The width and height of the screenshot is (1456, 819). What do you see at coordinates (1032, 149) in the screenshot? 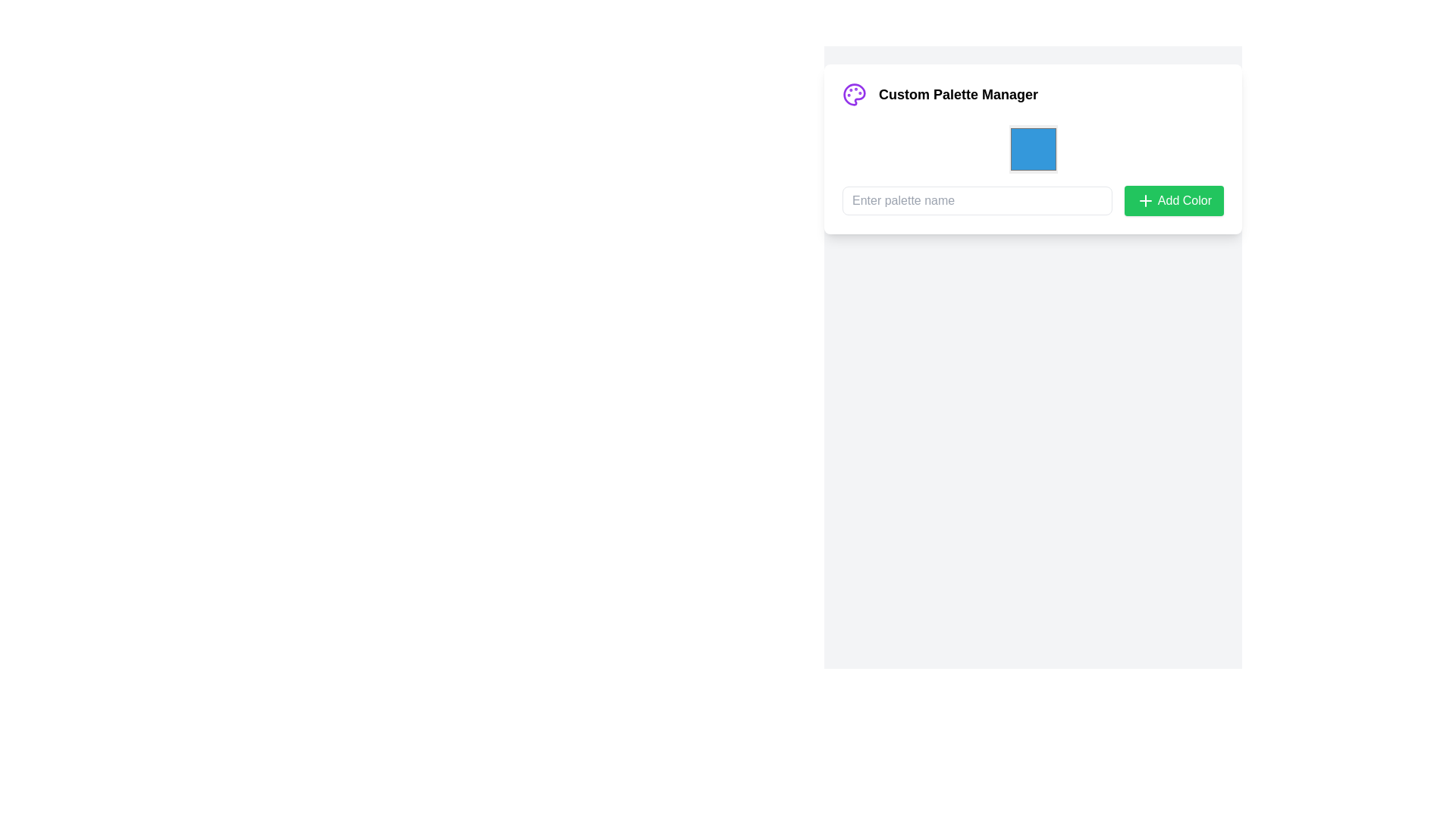
I see `the color picker in the custom palette manager interface` at bounding box center [1032, 149].